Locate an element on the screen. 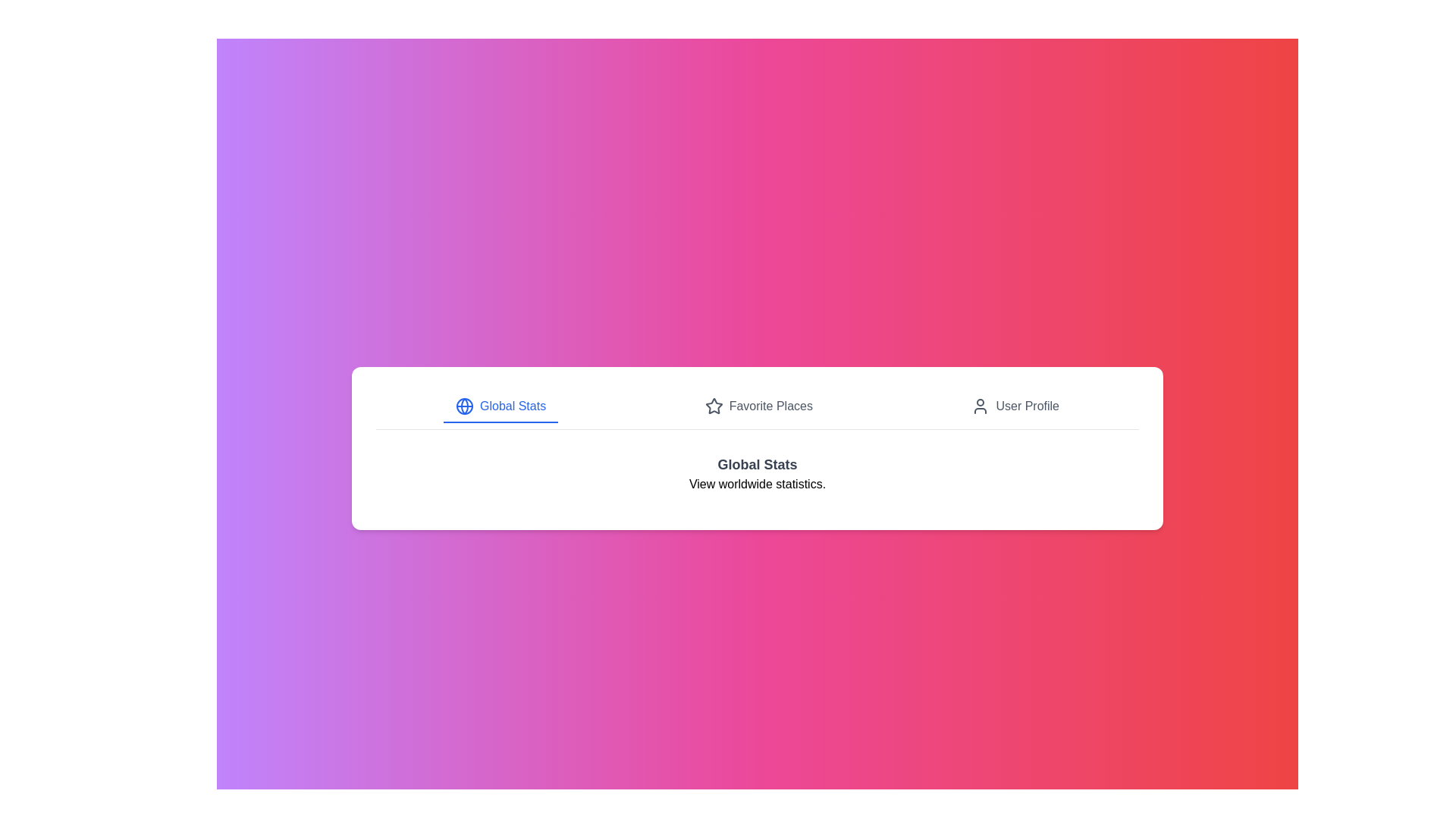 Image resolution: width=1456 pixels, height=819 pixels. the star-shaped icon associated with 'Favorite Places' is located at coordinates (713, 405).